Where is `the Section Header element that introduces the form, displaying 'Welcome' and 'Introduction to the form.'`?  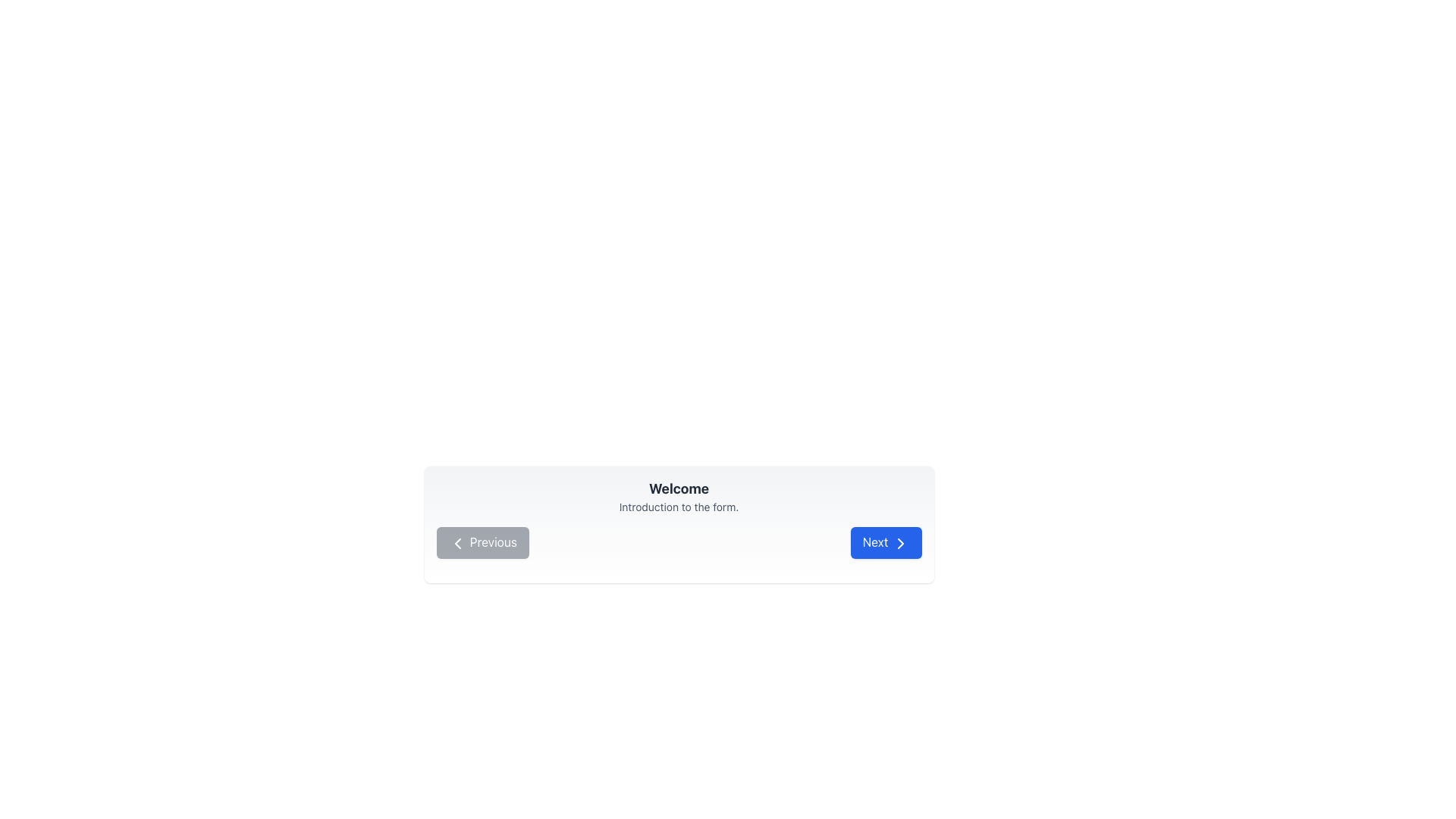
the Section Header element that introduces the form, displaying 'Welcome' and 'Introduction to the form.' is located at coordinates (678, 497).